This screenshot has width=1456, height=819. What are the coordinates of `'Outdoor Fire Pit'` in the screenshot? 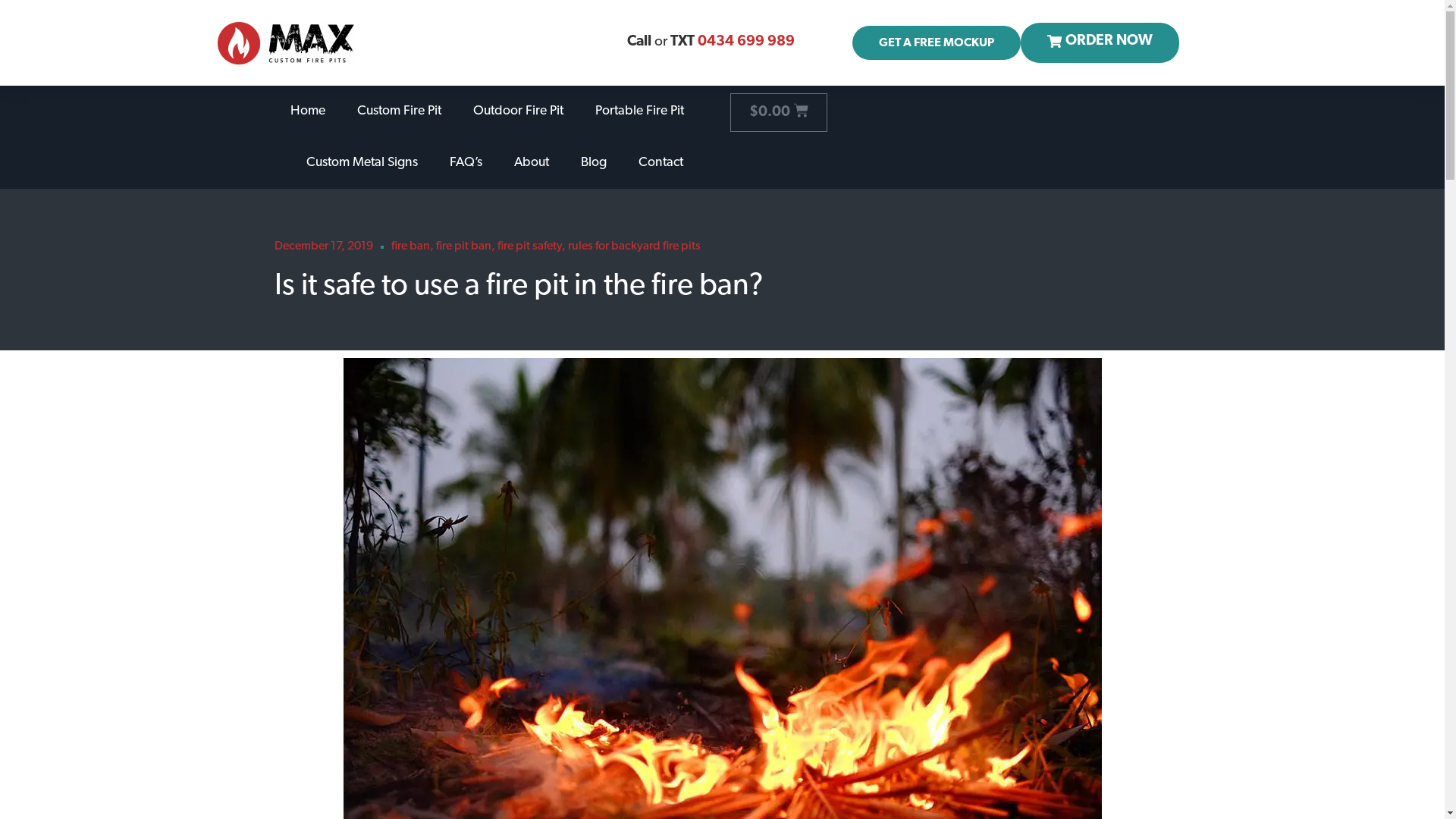 It's located at (518, 110).